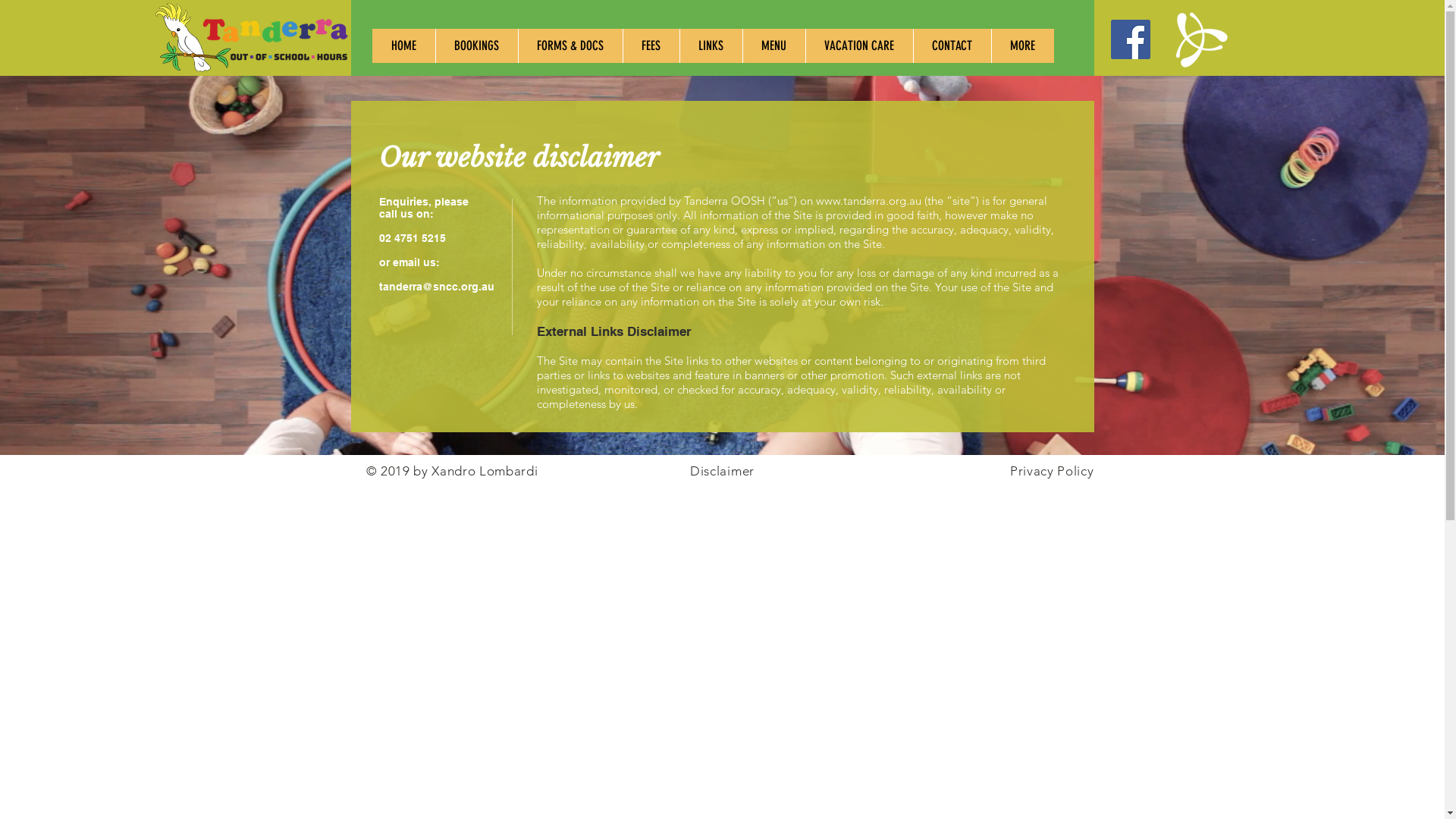  What do you see at coordinates (1051, 470) in the screenshot?
I see `'Privacy Policy'` at bounding box center [1051, 470].